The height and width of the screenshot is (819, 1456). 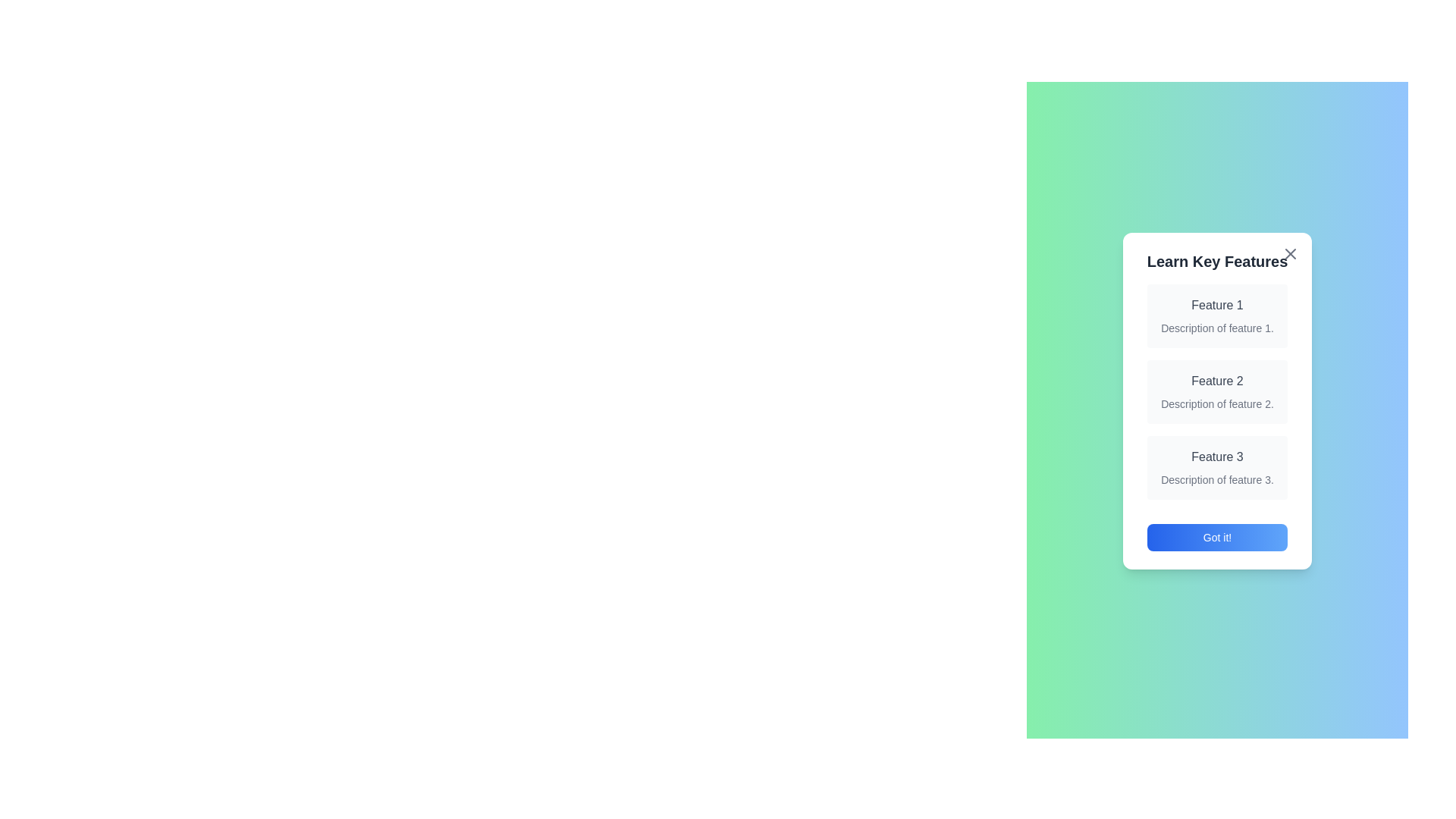 What do you see at coordinates (1216, 391) in the screenshot?
I see `the details of Feature 2 by highlighting its section` at bounding box center [1216, 391].